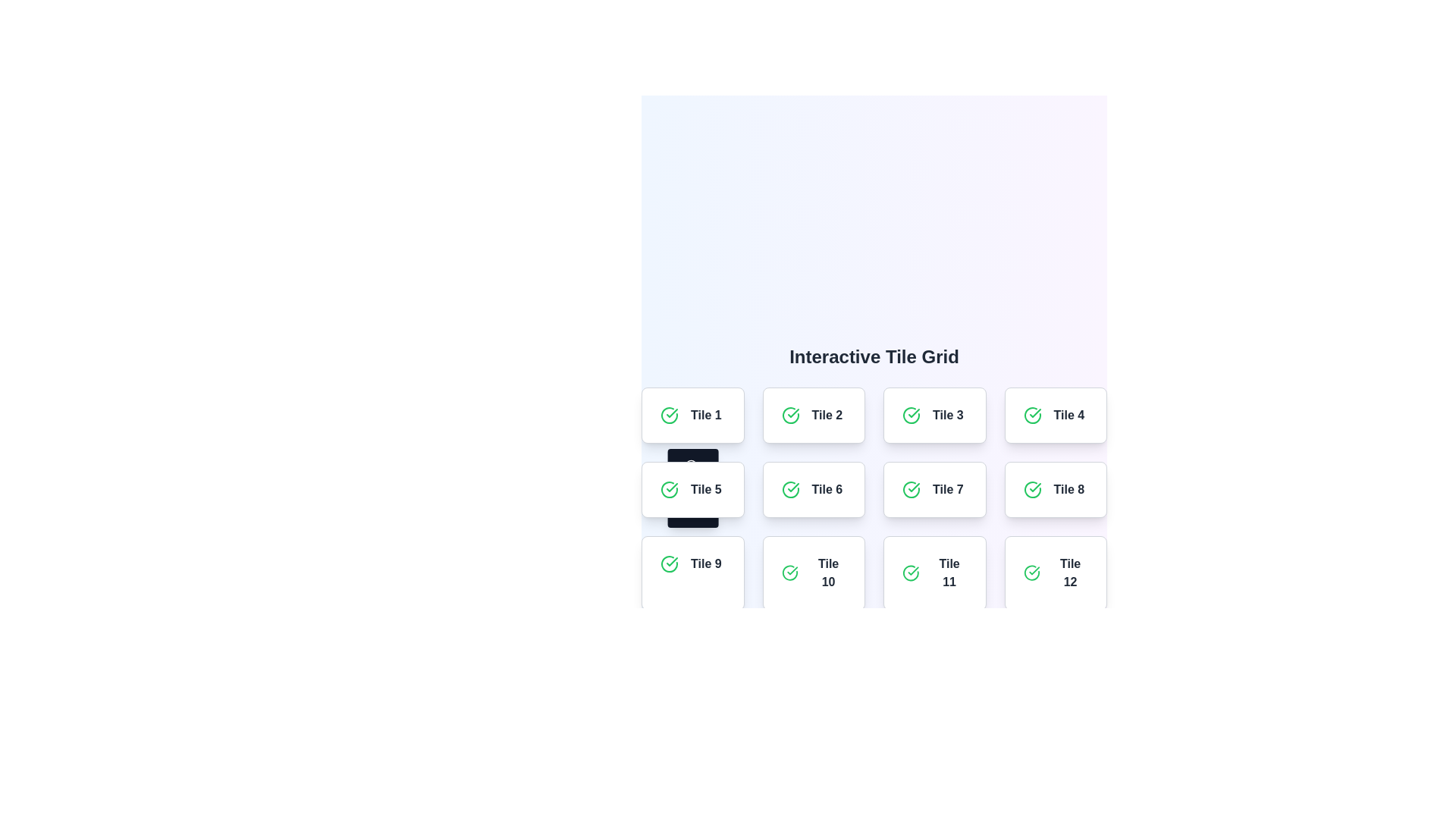  What do you see at coordinates (692, 489) in the screenshot?
I see `the fifth selectable tile in the grid layout` at bounding box center [692, 489].